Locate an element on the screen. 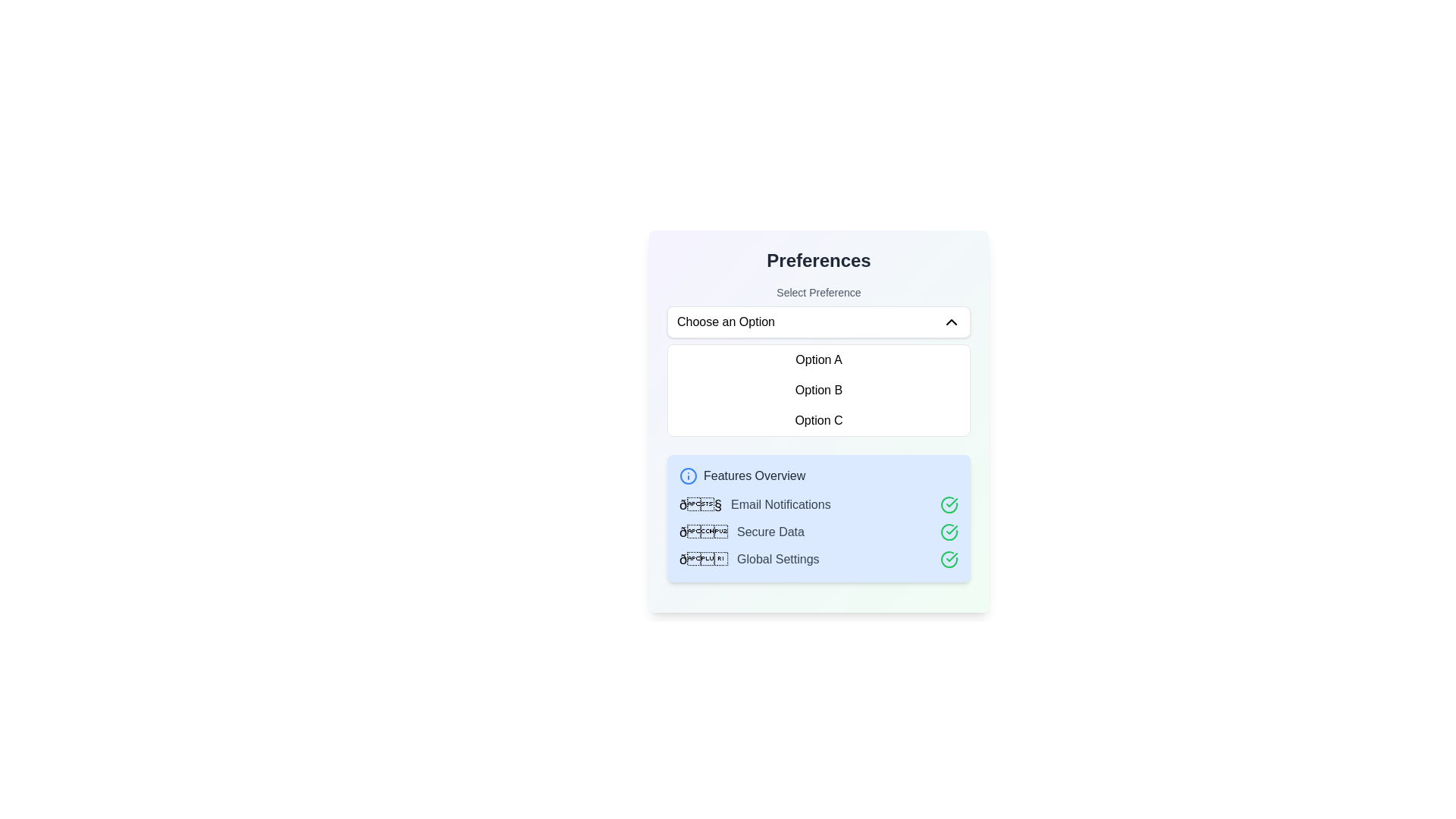 The height and width of the screenshot is (819, 1456). the 'Email Notifications' text label, which is displayed in medium gray font and is positioned to the right of its associated icon in the preferences menu is located at coordinates (780, 505).